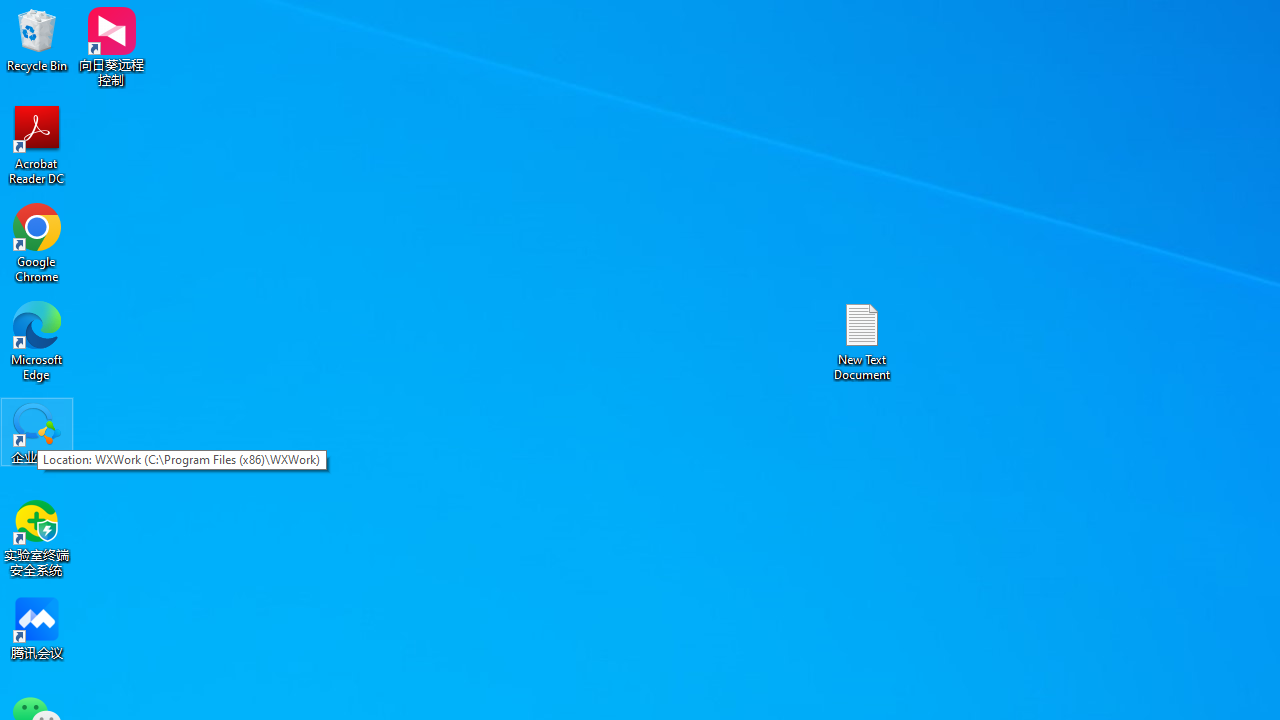  What do you see at coordinates (37, 242) in the screenshot?
I see `'Google Chrome'` at bounding box center [37, 242].